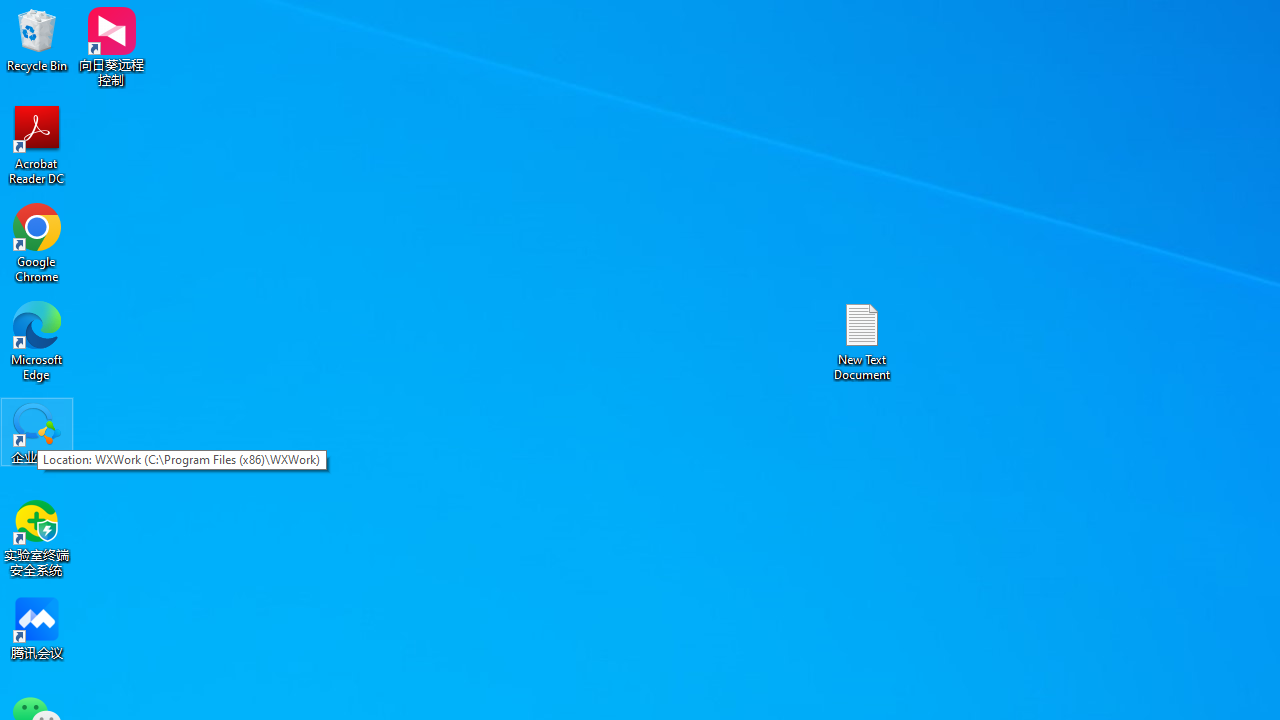  What do you see at coordinates (37, 242) in the screenshot?
I see `'Google Chrome'` at bounding box center [37, 242].